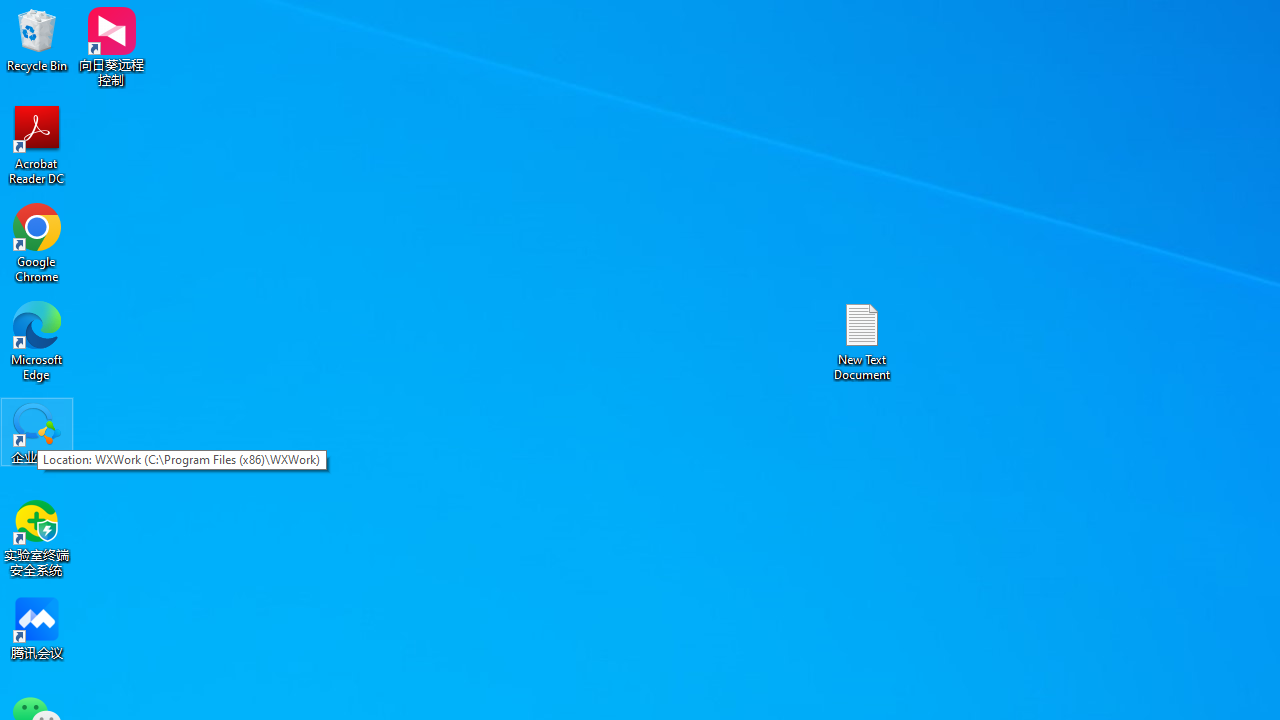  What do you see at coordinates (37, 242) in the screenshot?
I see `'Google Chrome'` at bounding box center [37, 242].